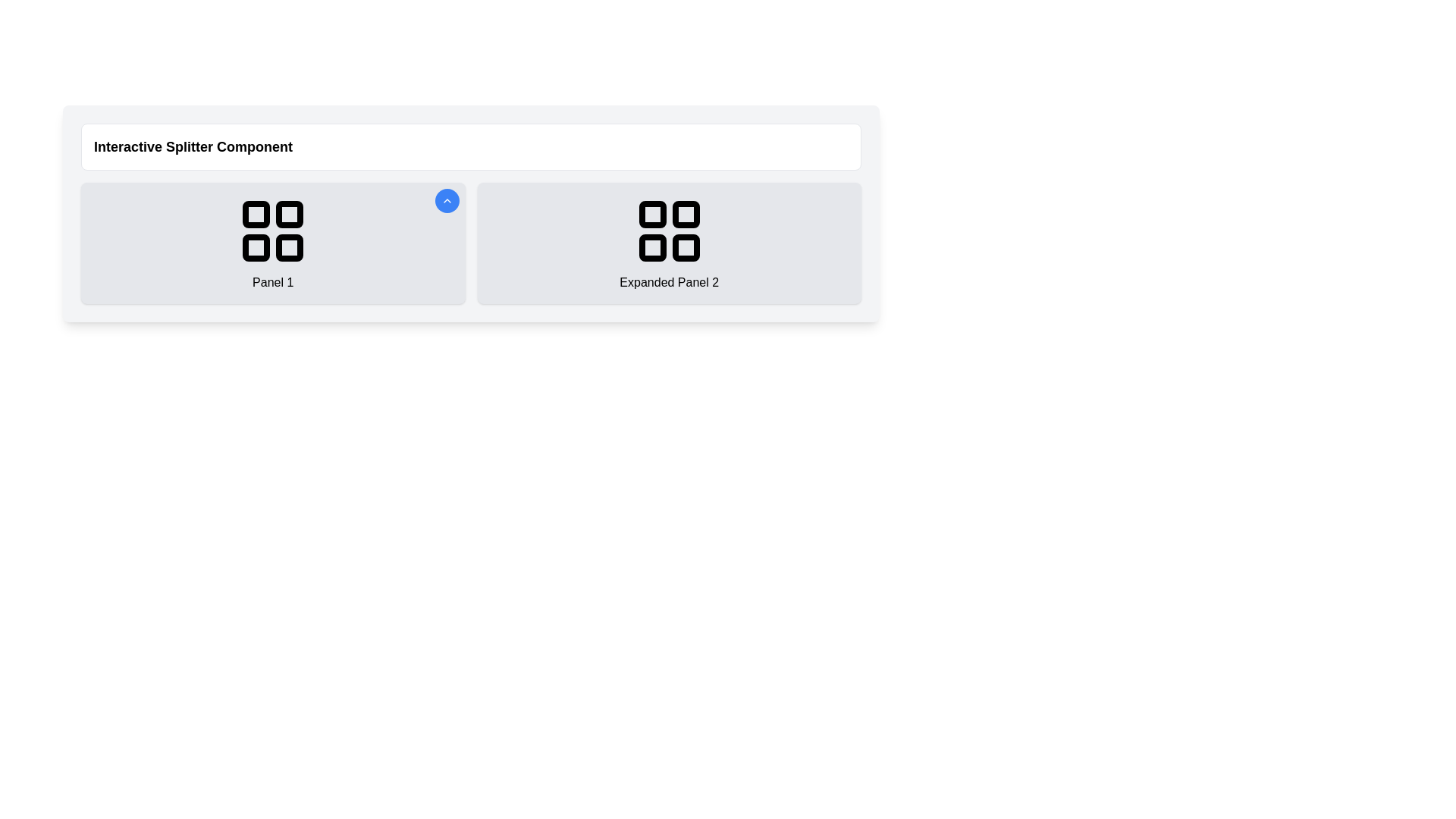  I want to click on the small rectangle with rounded corners located in the bottom-left position of the 'Expanded Panel 2' section's 2x2 grid, so click(652, 247).